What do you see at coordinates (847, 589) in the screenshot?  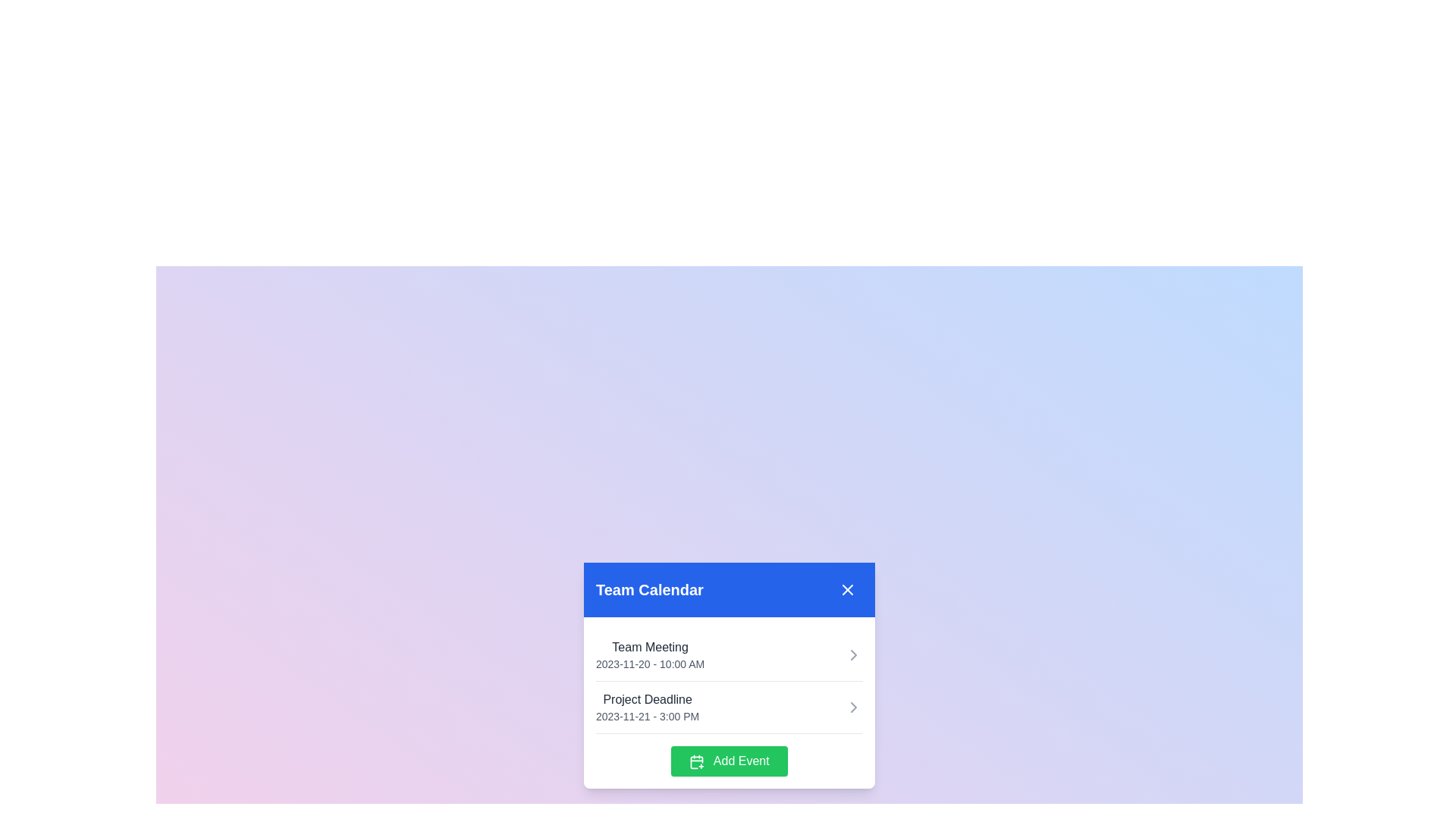 I see `the close button to close the dialog` at bounding box center [847, 589].